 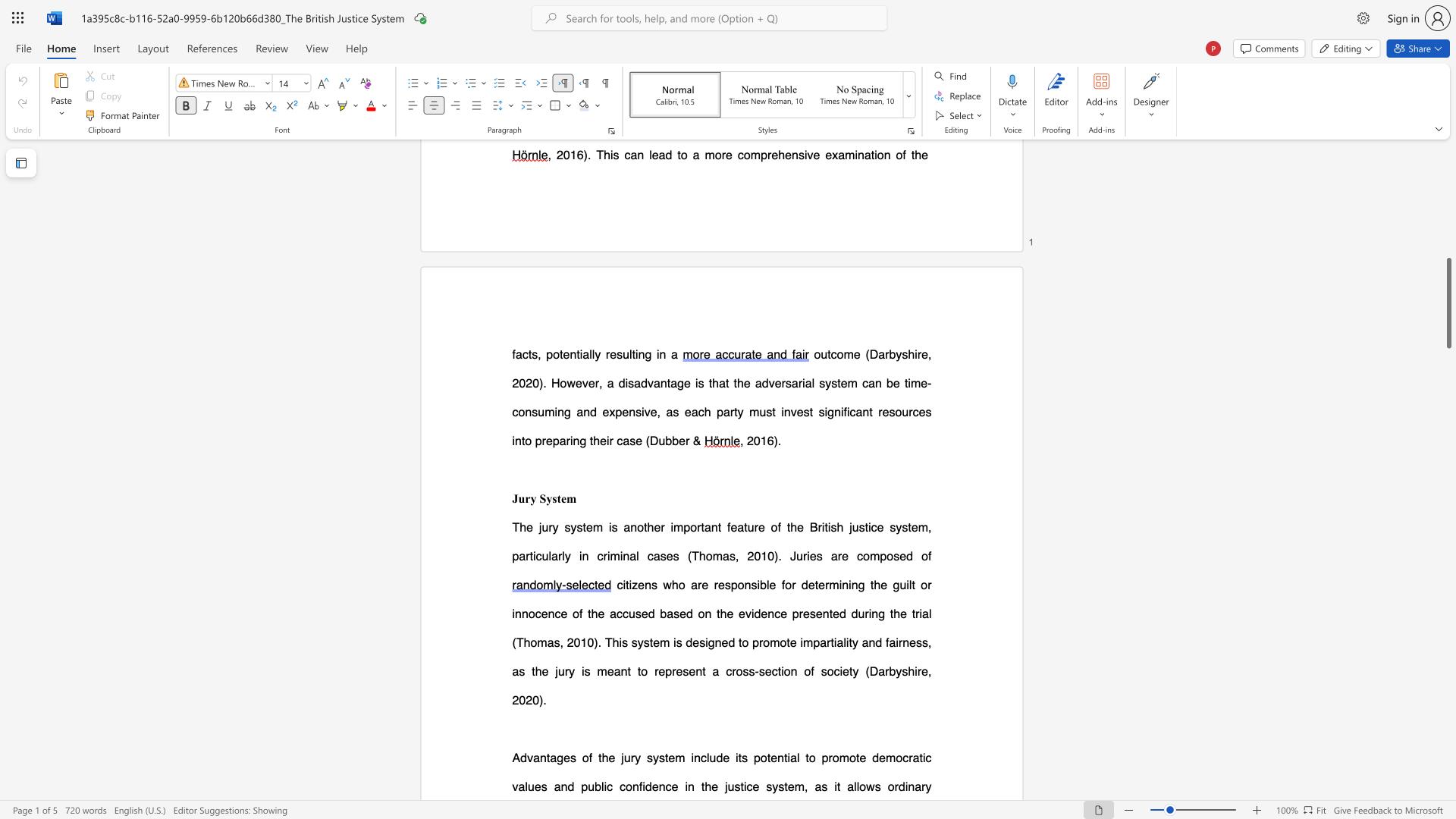 I want to click on the subset text "ni" within the text "determining", so click(x=841, y=584).